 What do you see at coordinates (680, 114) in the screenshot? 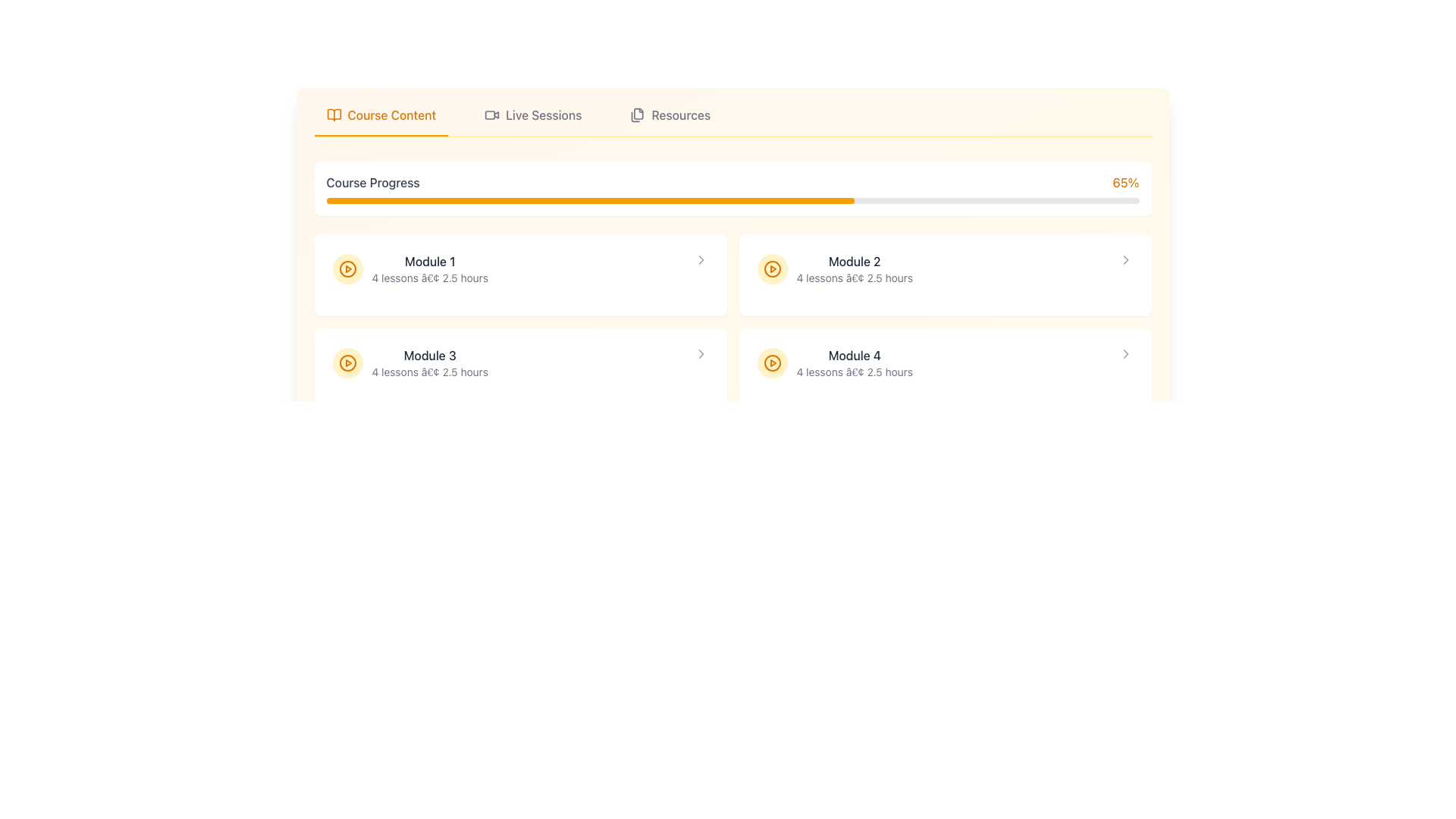
I see `the 'Resources' text label located in the navigation bar at the top right of the interface` at bounding box center [680, 114].